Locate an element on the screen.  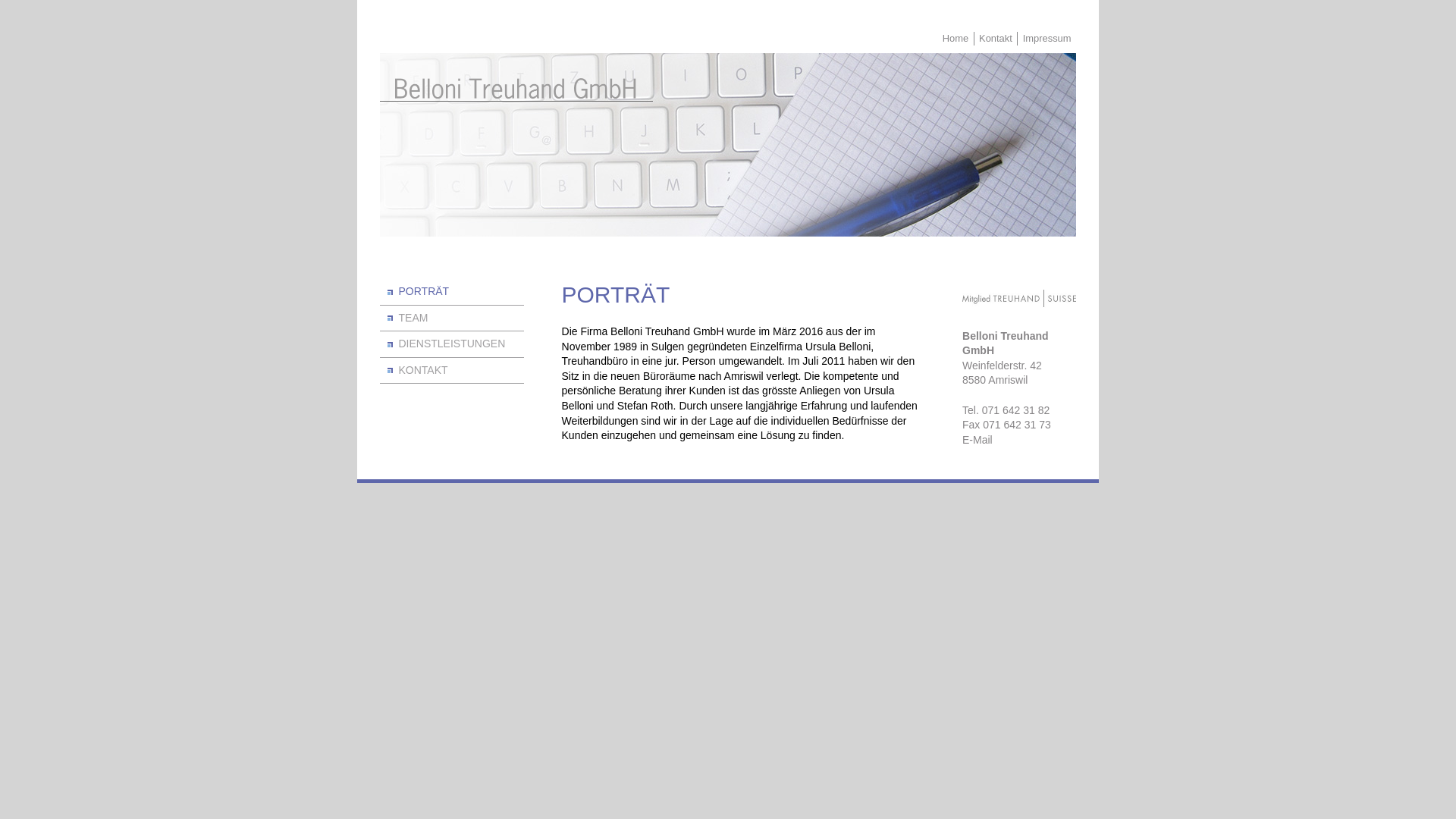
'KONTAKT' is located at coordinates (379, 371).